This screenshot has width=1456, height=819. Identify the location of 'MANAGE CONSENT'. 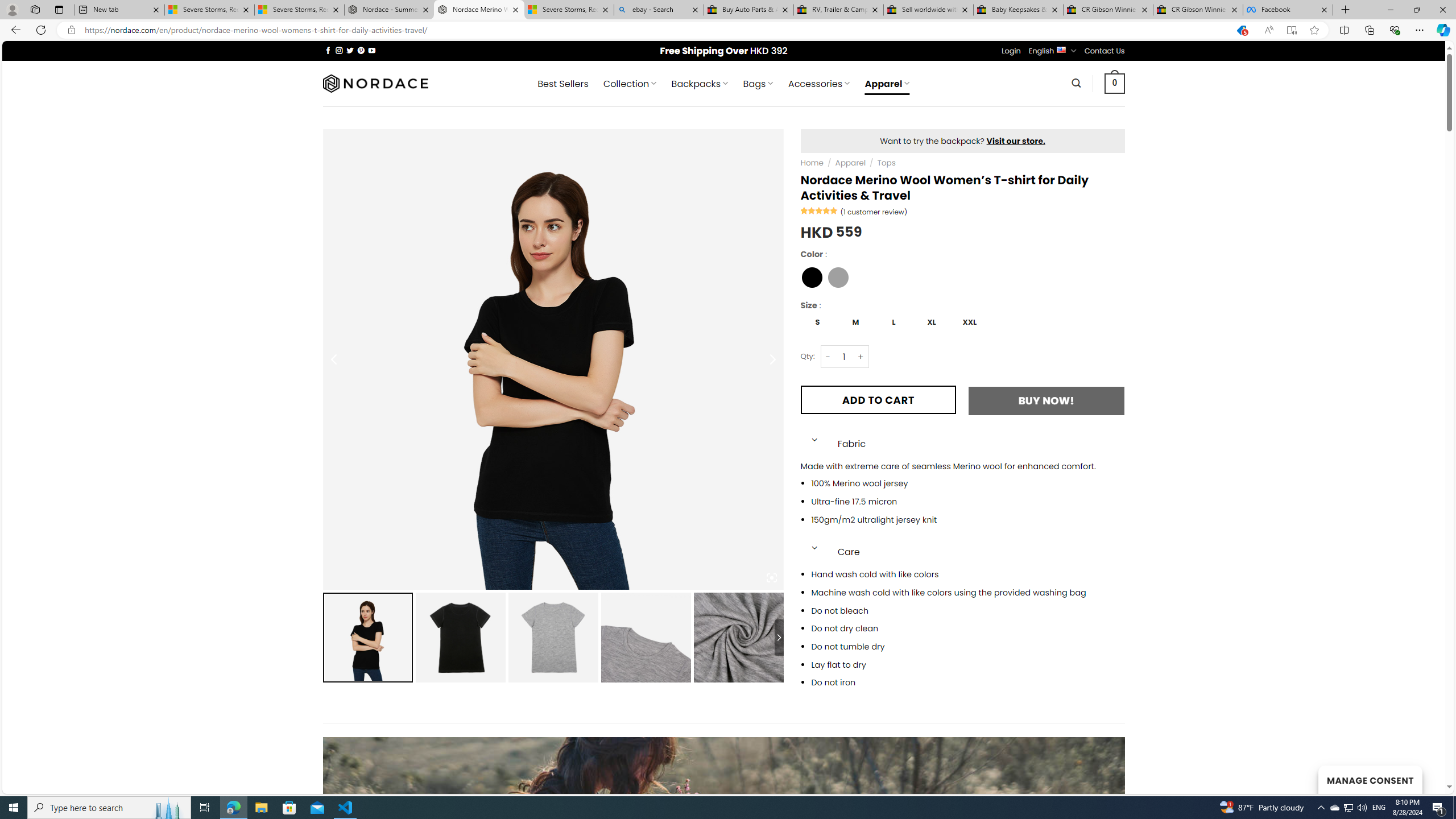
(1370, 779).